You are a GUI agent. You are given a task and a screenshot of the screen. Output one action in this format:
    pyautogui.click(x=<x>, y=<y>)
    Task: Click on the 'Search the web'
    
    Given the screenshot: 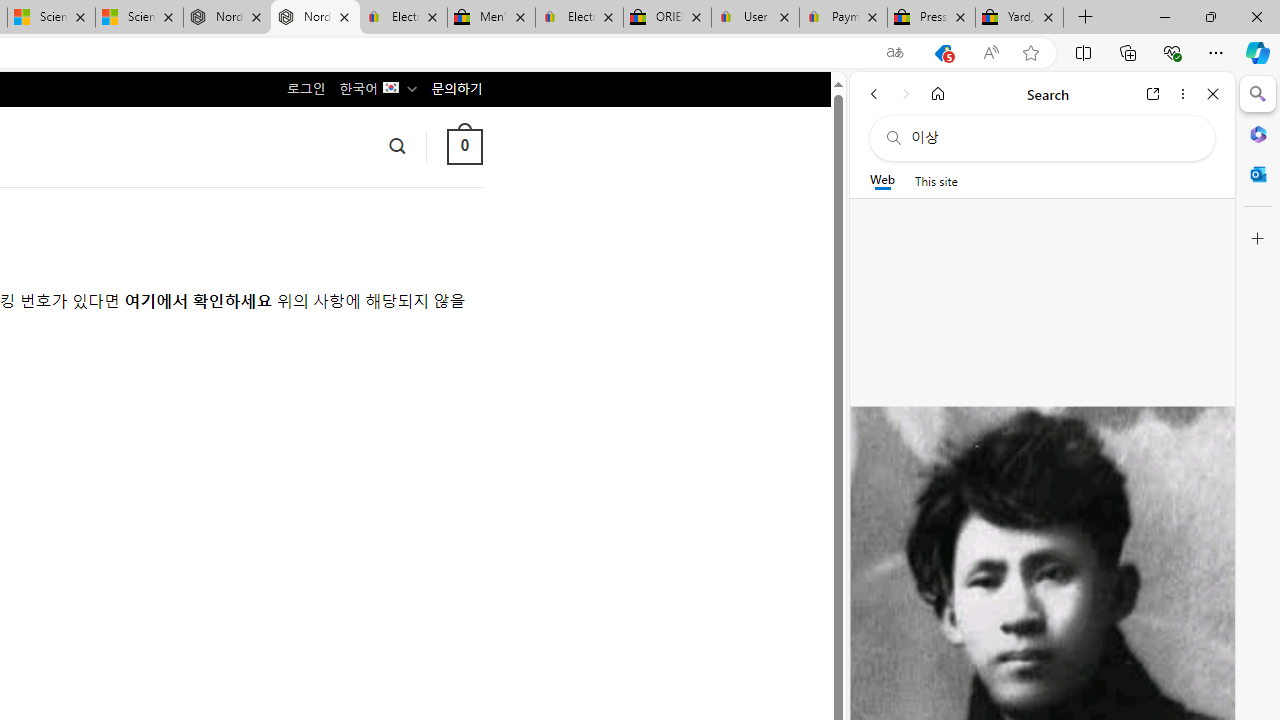 What is the action you would take?
    pyautogui.click(x=1051, y=137)
    